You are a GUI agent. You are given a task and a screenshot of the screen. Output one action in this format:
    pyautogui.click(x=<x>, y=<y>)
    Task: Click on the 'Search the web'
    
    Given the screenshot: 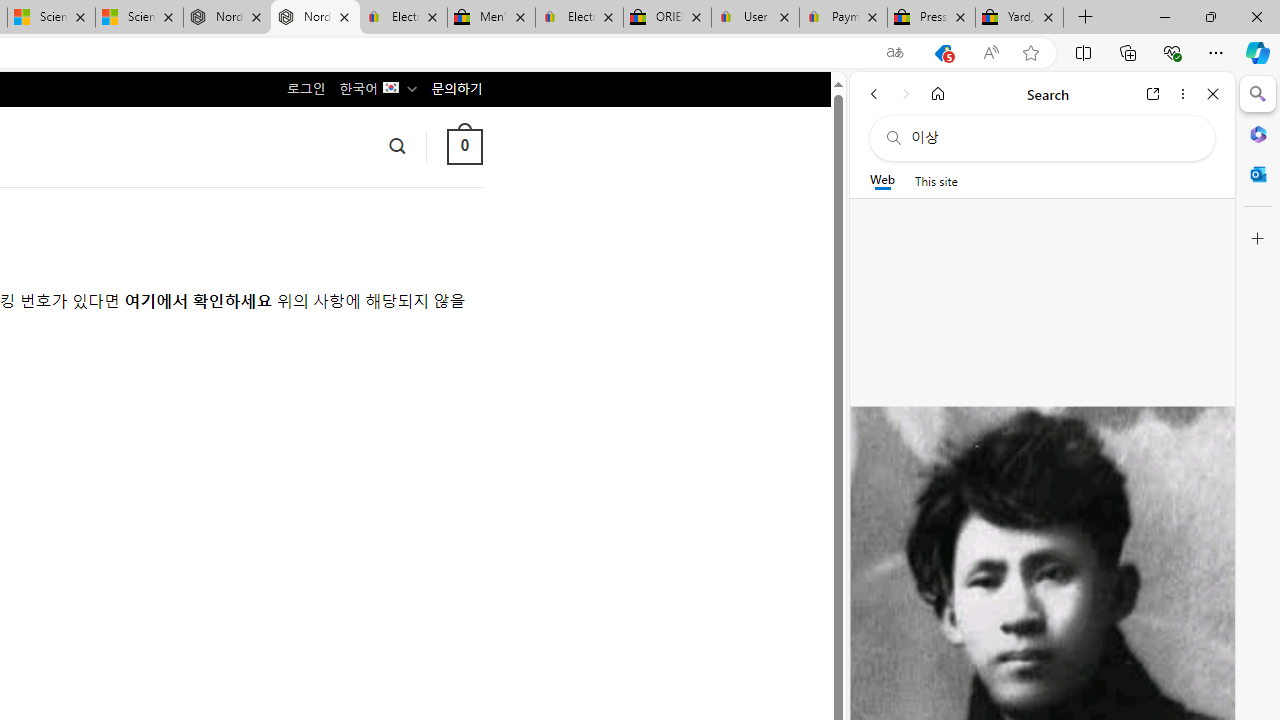 What is the action you would take?
    pyautogui.click(x=1051, y=137)
    